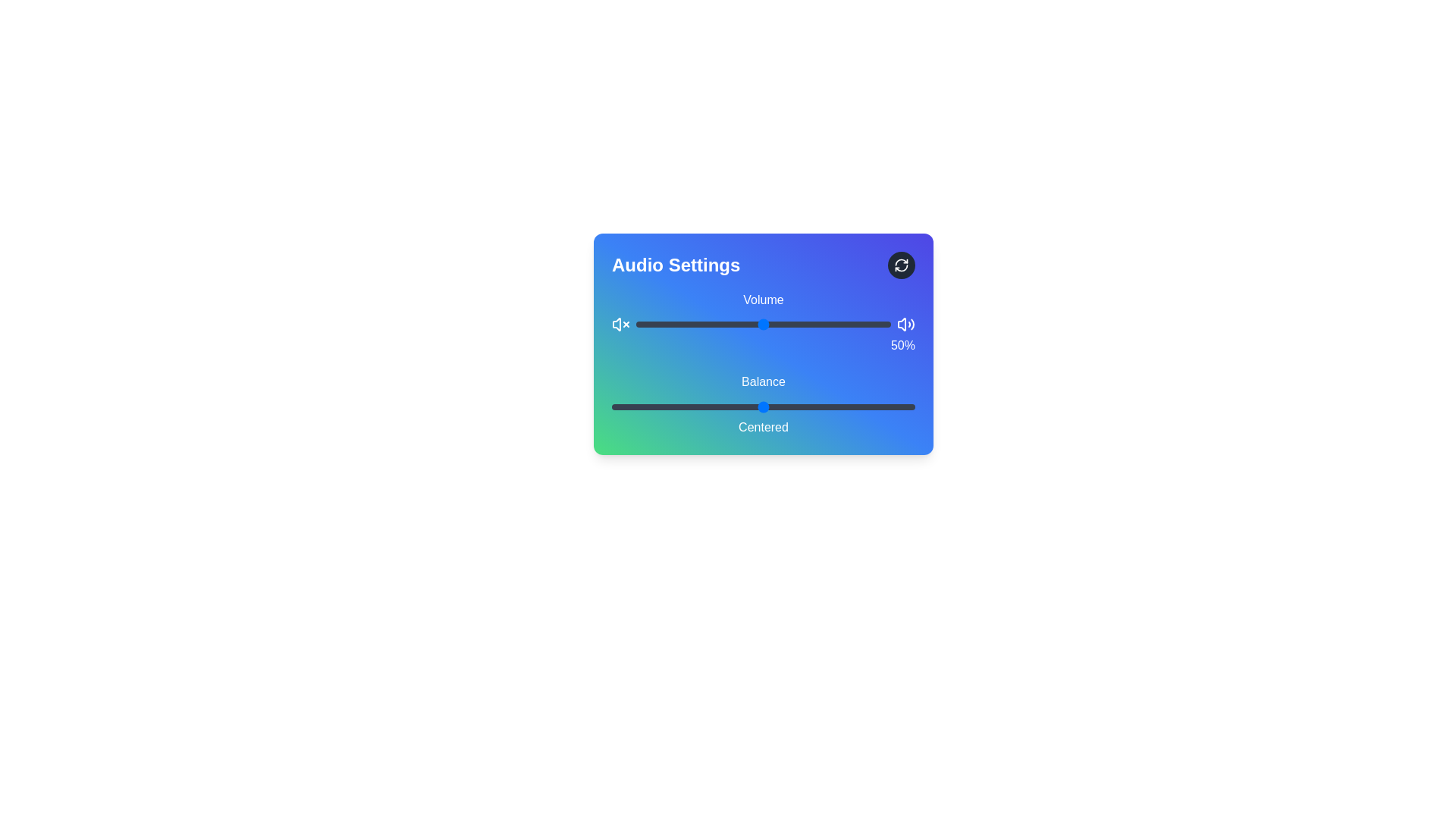  I want to click on the balance slider, so click(739, 406).